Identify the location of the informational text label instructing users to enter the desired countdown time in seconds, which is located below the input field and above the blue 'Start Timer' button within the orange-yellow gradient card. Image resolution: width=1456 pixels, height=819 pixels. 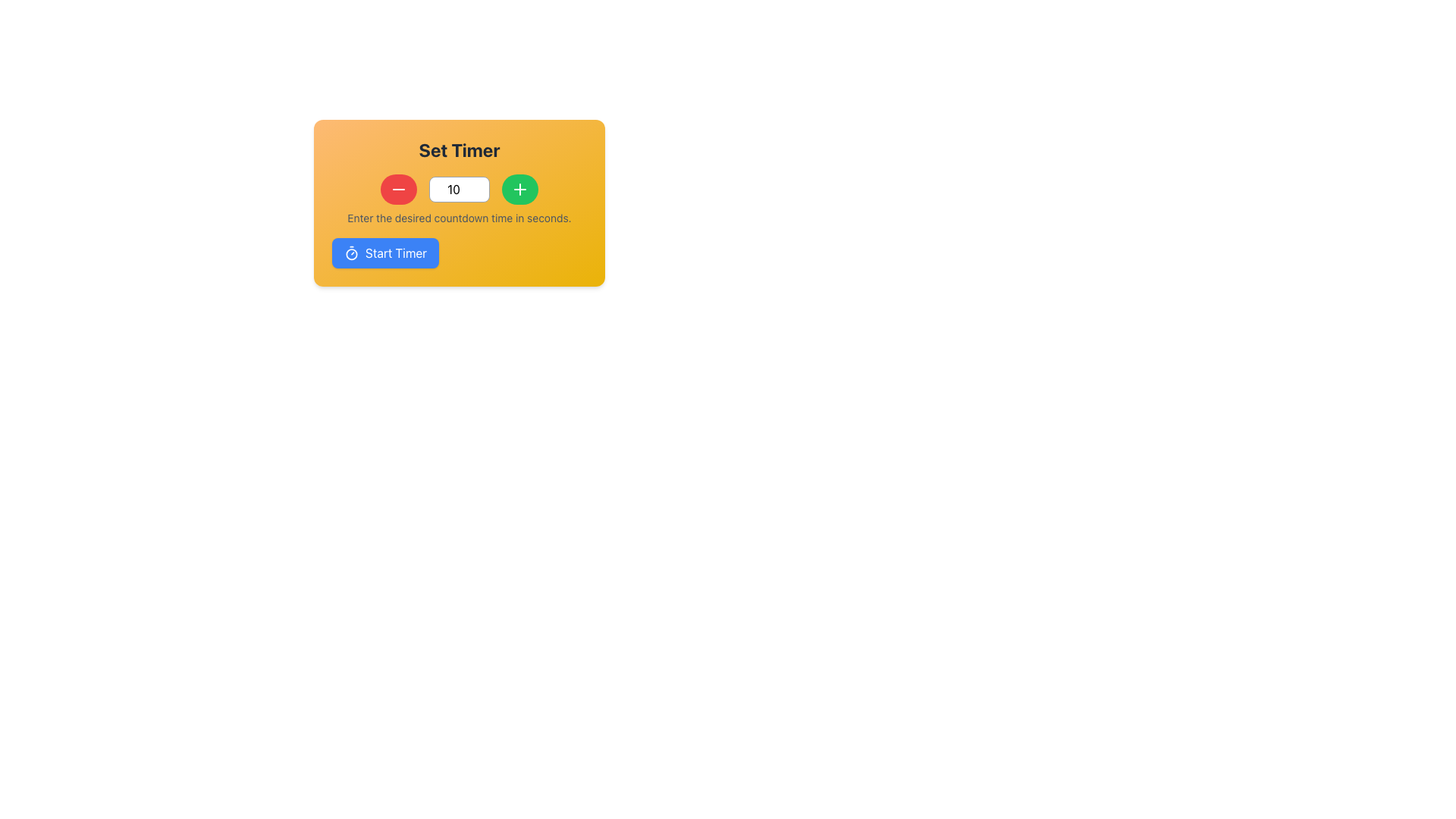
(458, 218).